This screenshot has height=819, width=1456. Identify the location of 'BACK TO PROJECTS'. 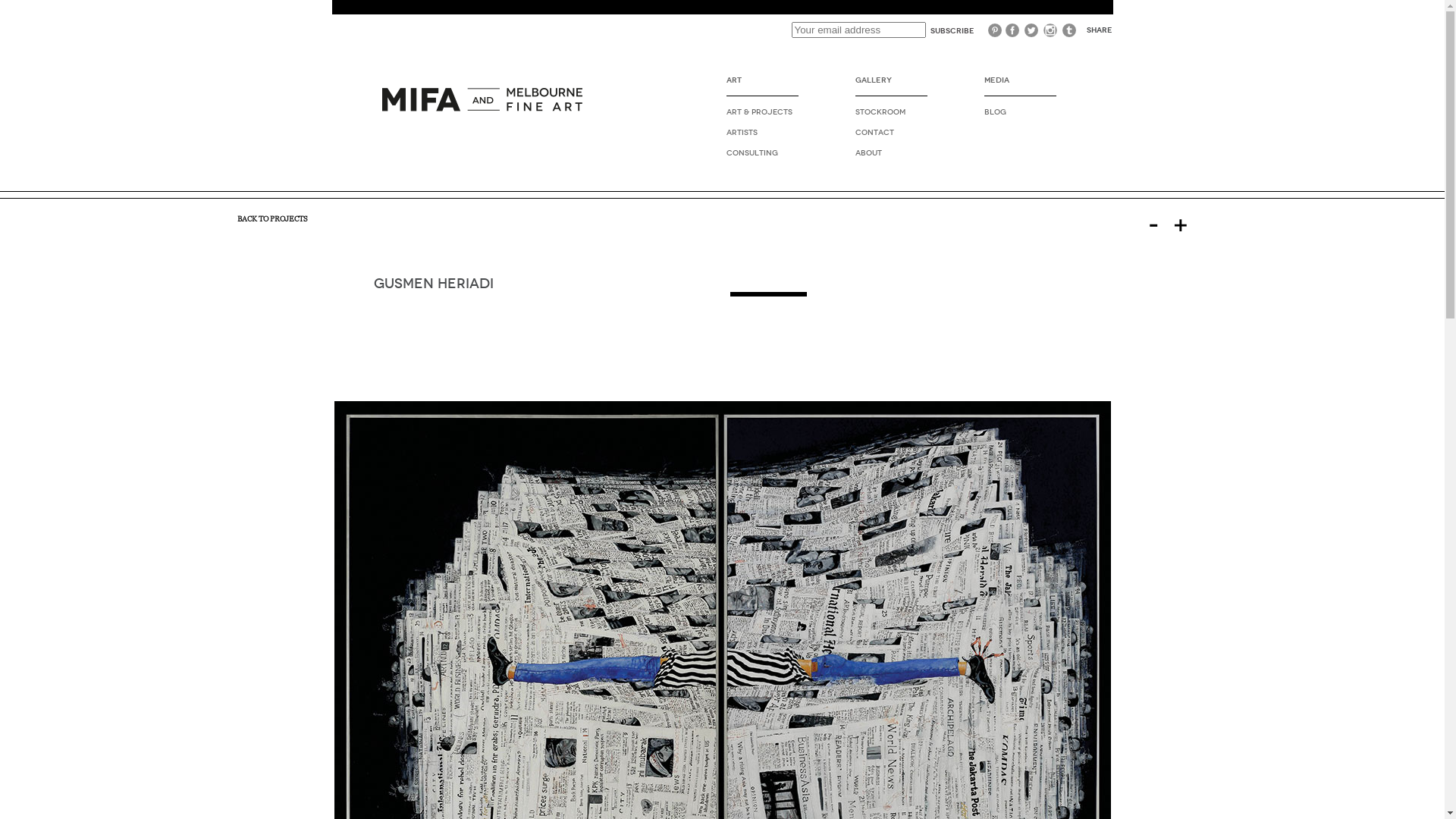
(236, 218).